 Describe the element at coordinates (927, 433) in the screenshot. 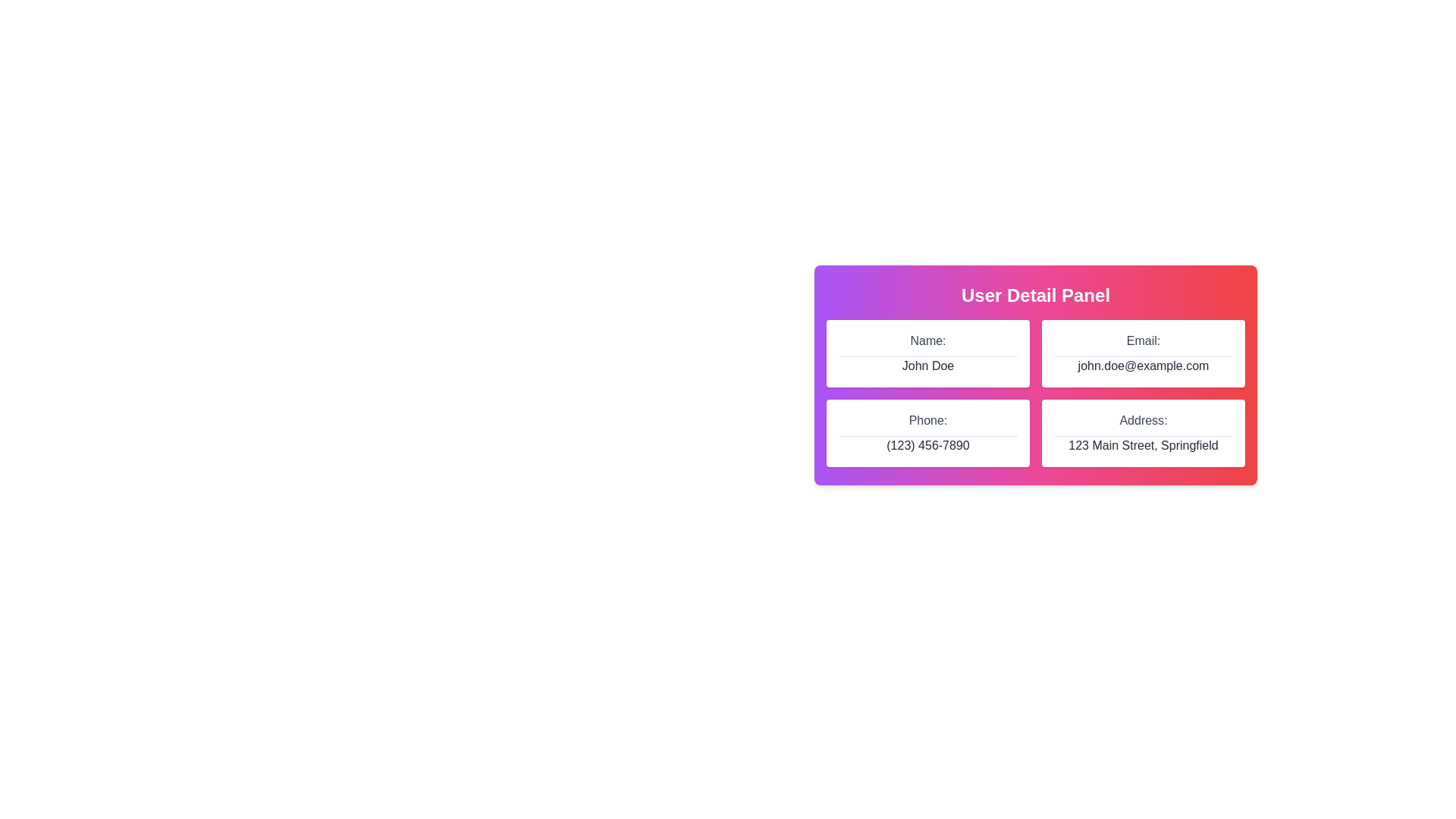

I see `the informational card displaying the phone contact information of a person located in the third grid item of the 'User Detail Panel'` at that location.